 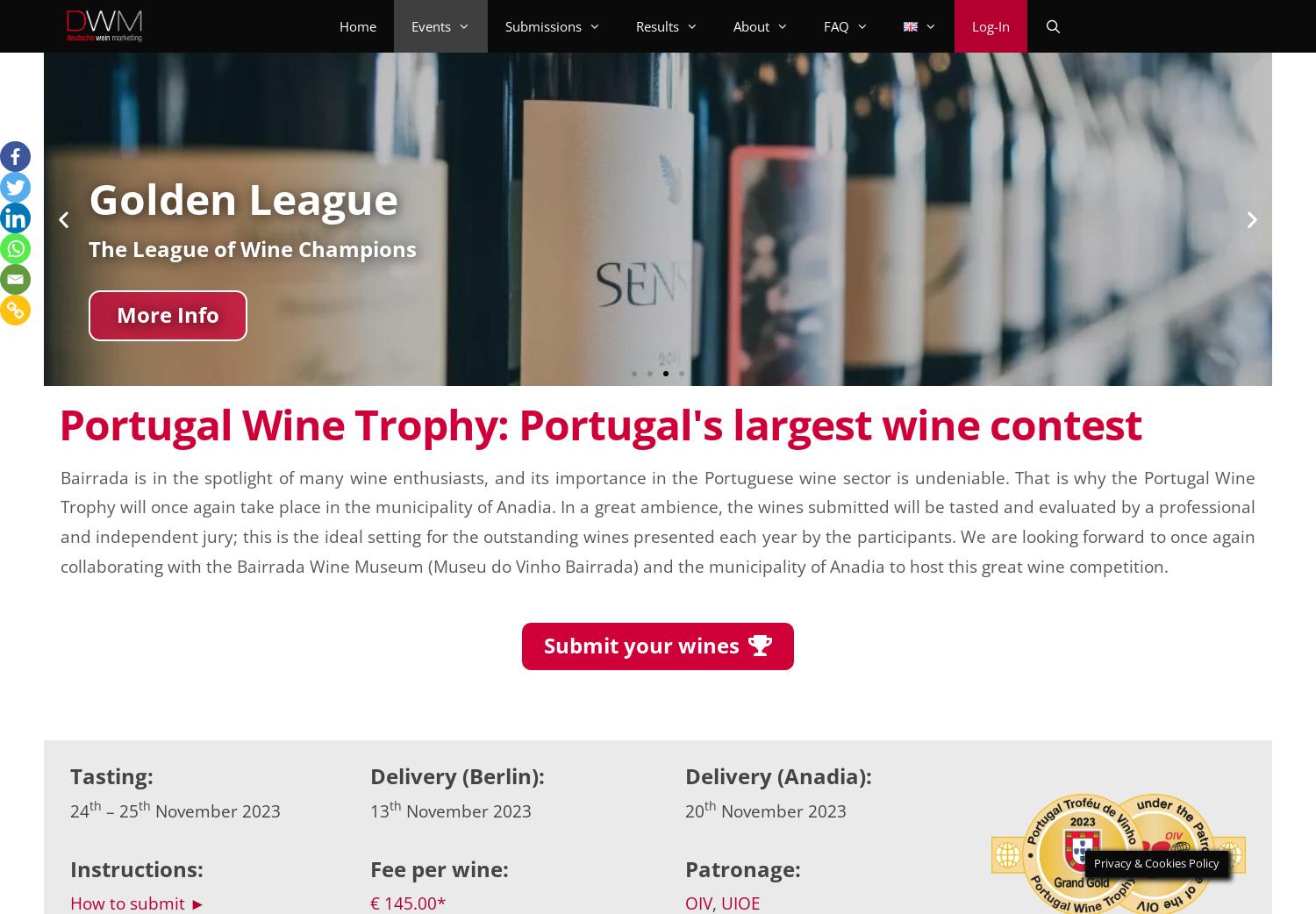 What do you see at coordinates (684, 809) in the screenshot?
I see `'20'` at bounding box center [684, 809].